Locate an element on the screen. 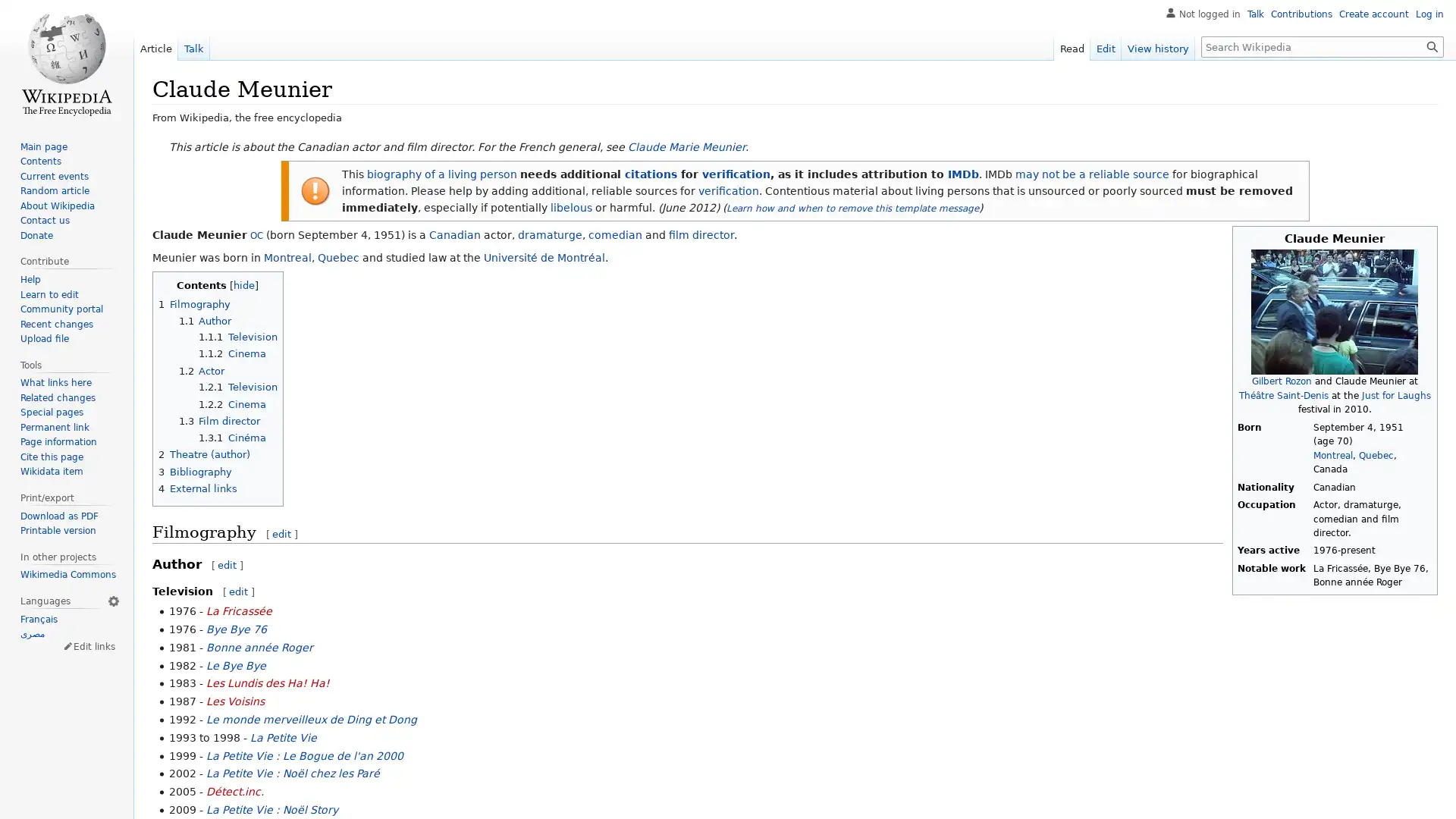 This screenshot has width=1456, height=819. Go is located at coordinates (1432, 45).